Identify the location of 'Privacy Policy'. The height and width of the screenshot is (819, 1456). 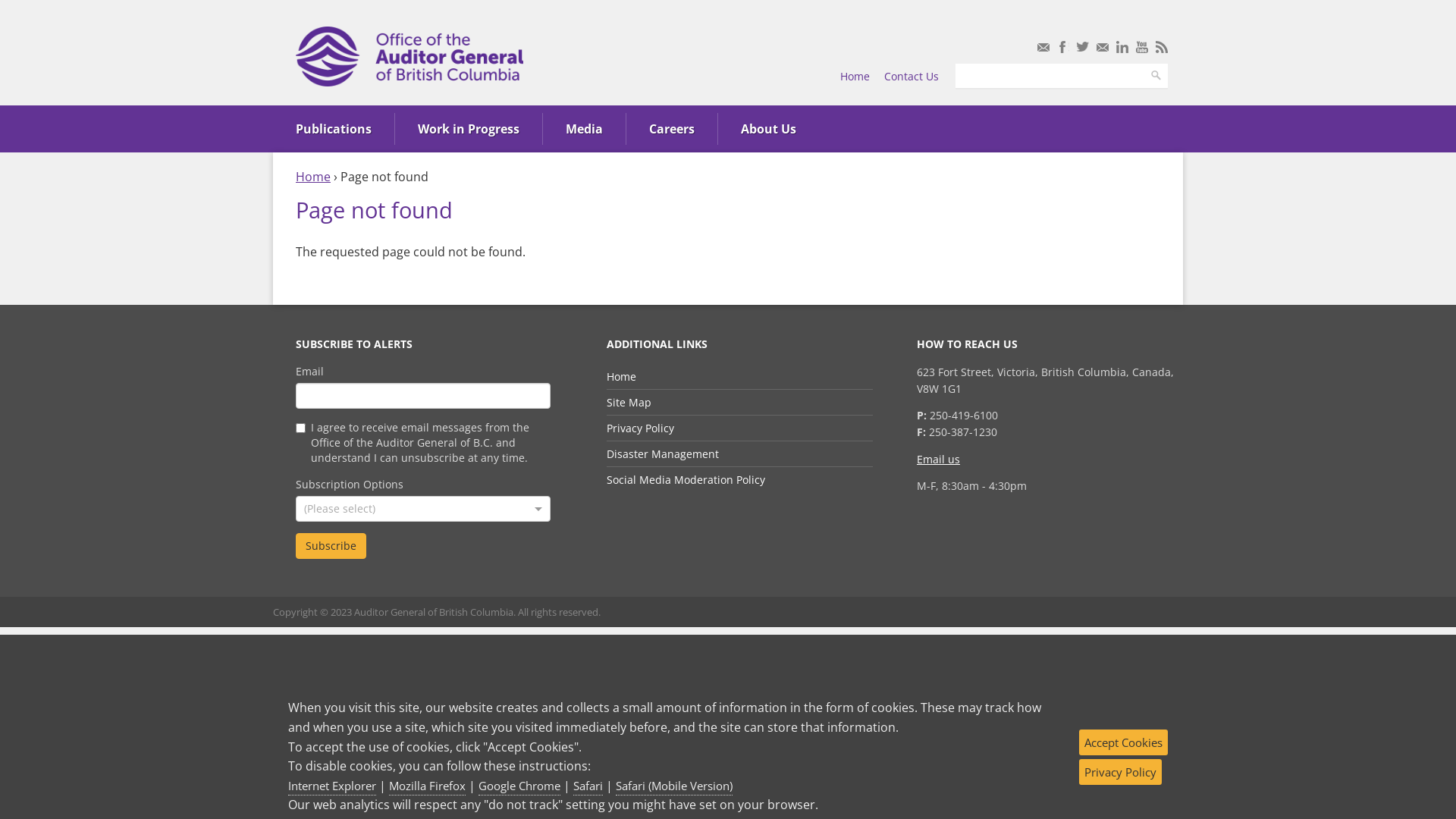
(1120, 772).